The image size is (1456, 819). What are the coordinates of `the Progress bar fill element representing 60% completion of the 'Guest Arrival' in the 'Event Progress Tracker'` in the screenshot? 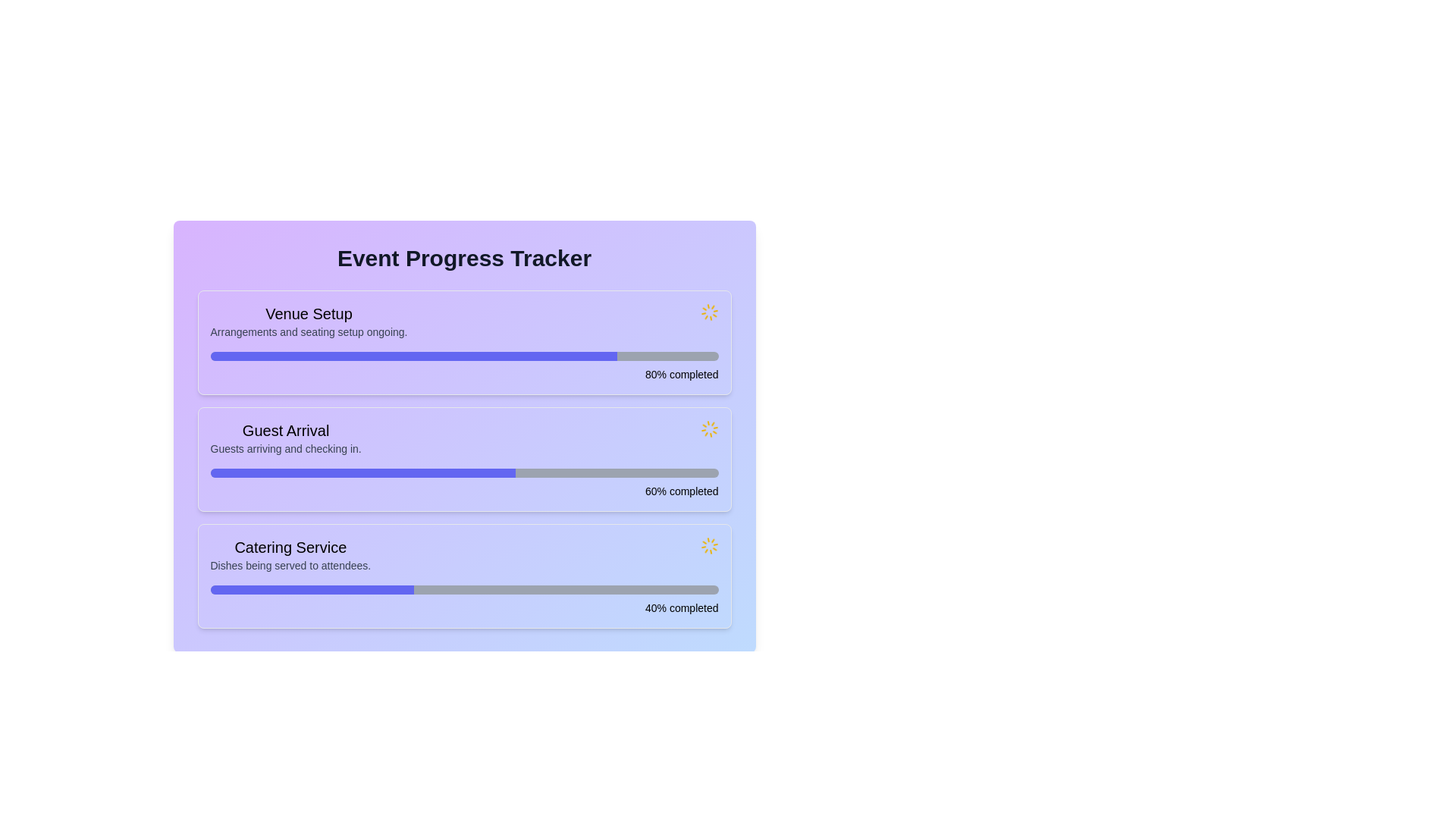 It's located at (362, 472).